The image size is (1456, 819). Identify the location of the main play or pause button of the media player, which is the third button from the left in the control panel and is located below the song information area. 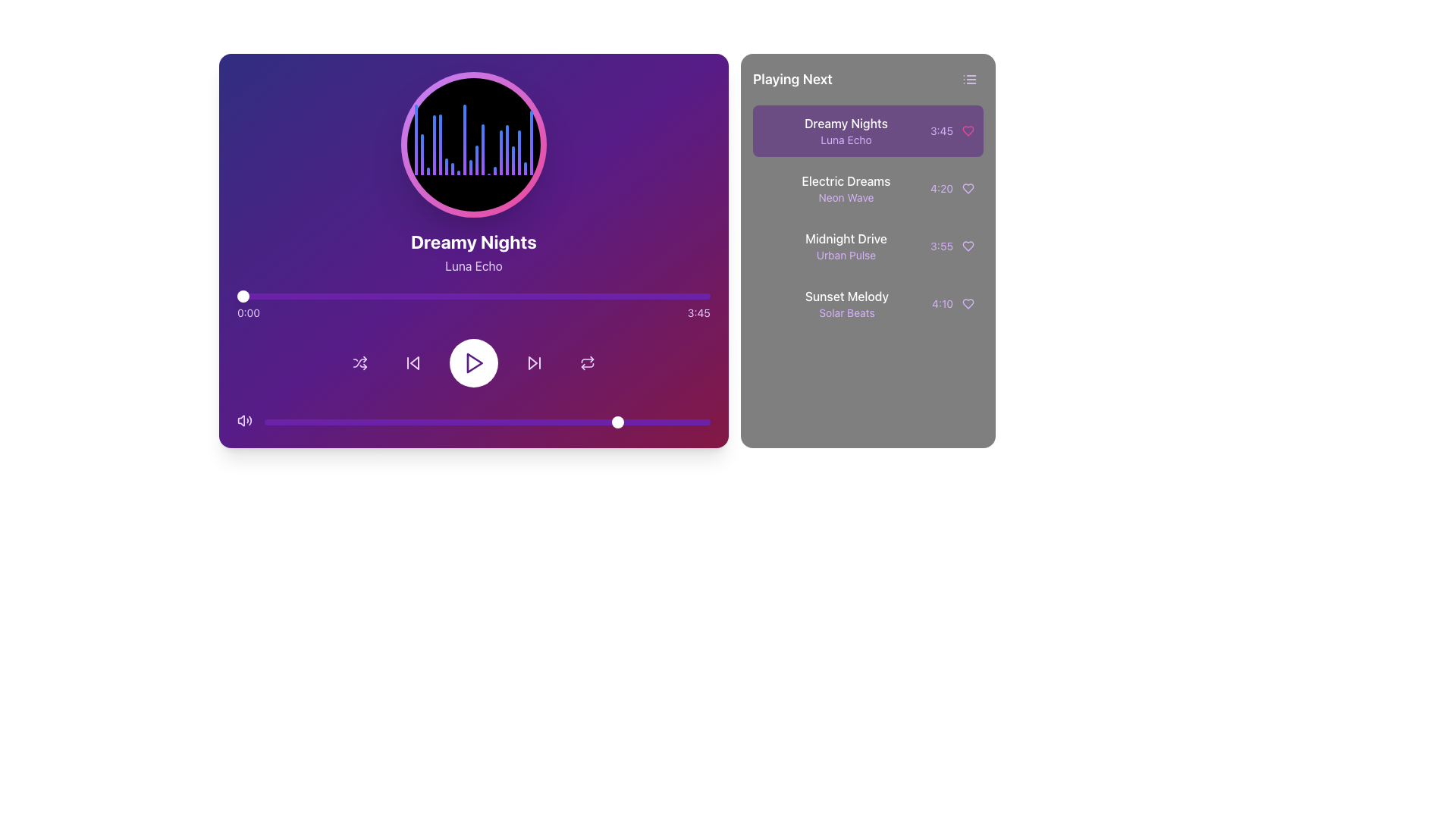
(472, 362).